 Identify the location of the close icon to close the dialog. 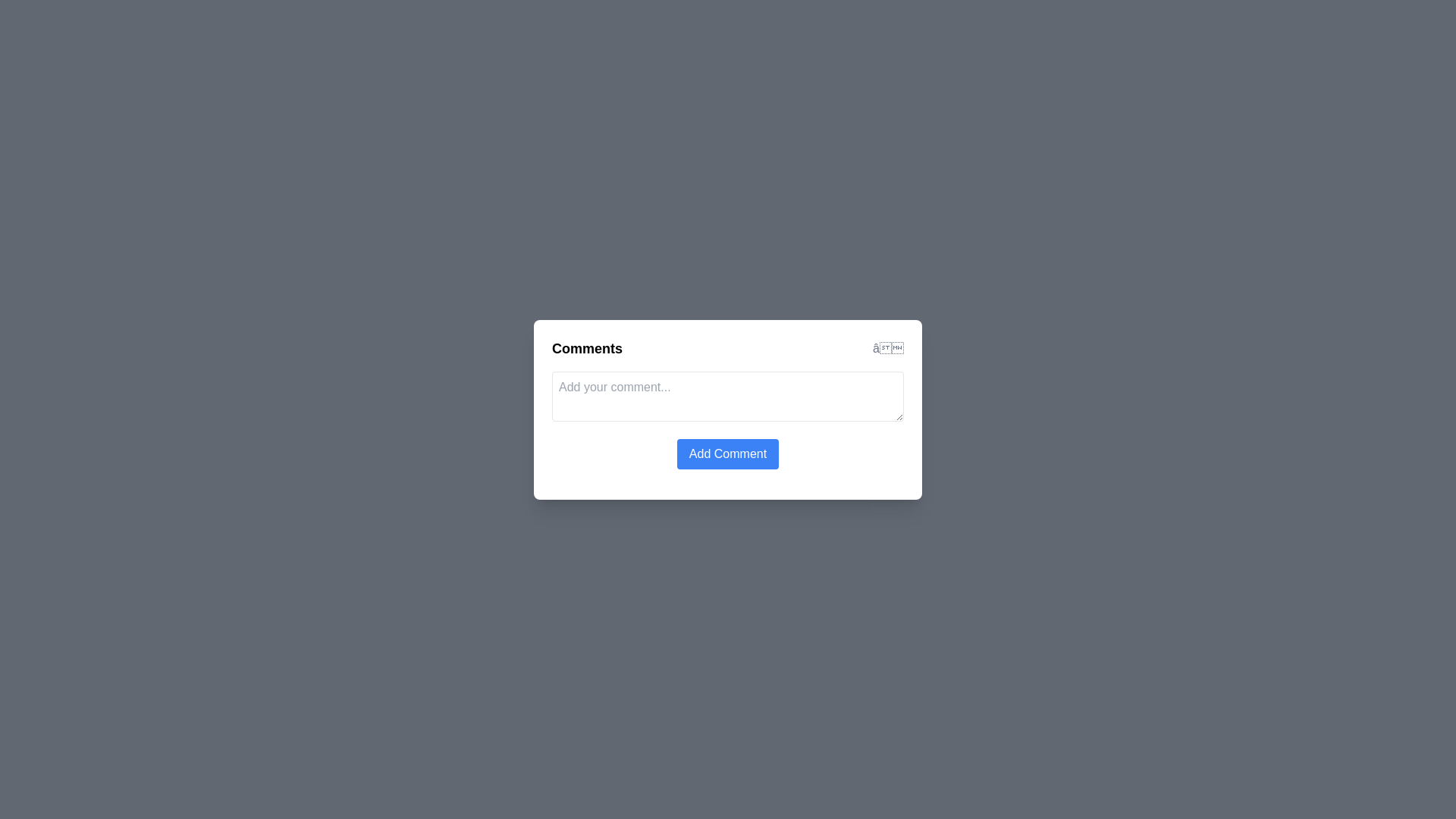
(888, 348).